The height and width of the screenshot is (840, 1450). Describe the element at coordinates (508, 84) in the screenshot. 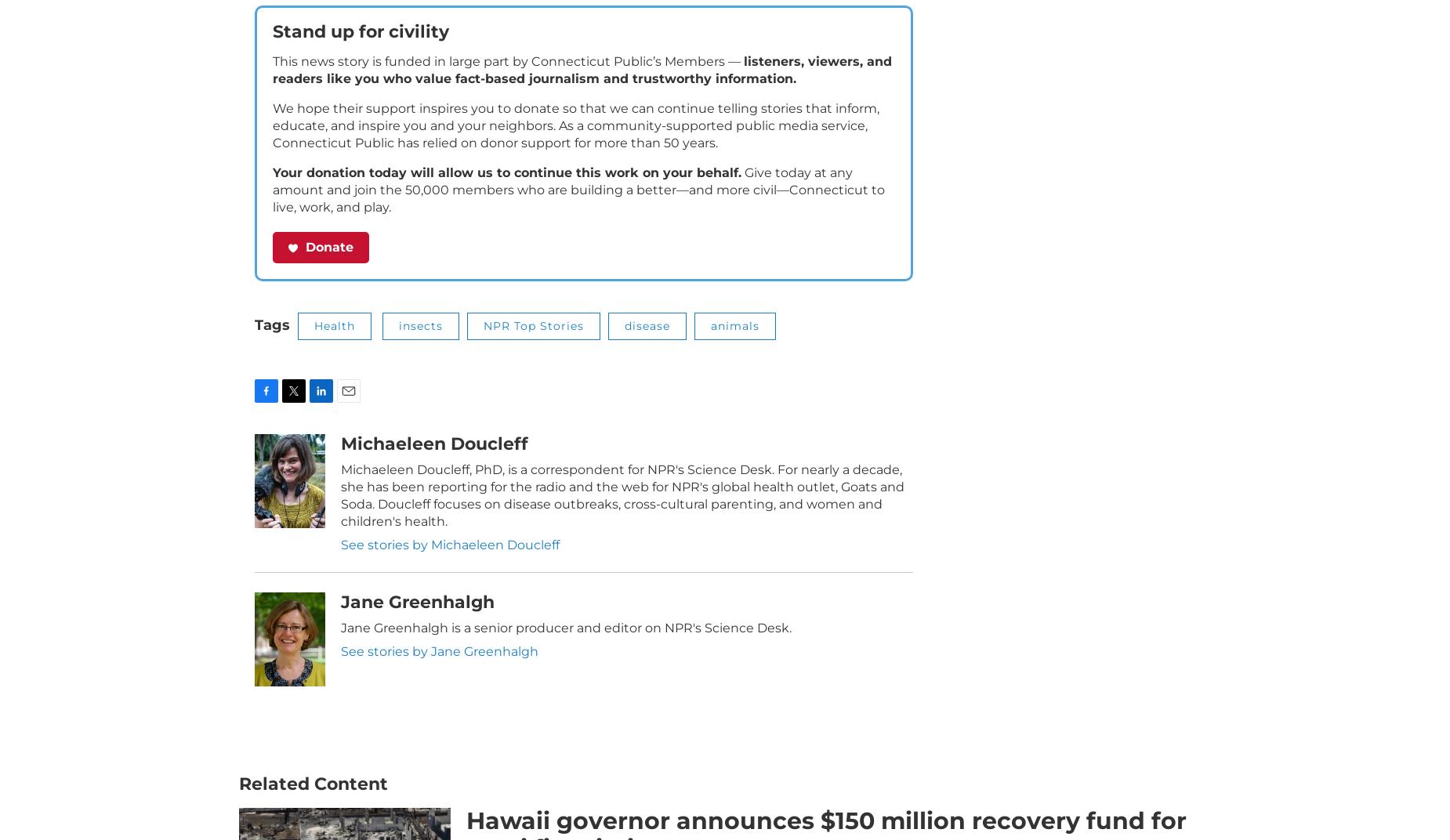

I see `'This news story is funded in large part by Connecticut Public’s Members —'` at that location.